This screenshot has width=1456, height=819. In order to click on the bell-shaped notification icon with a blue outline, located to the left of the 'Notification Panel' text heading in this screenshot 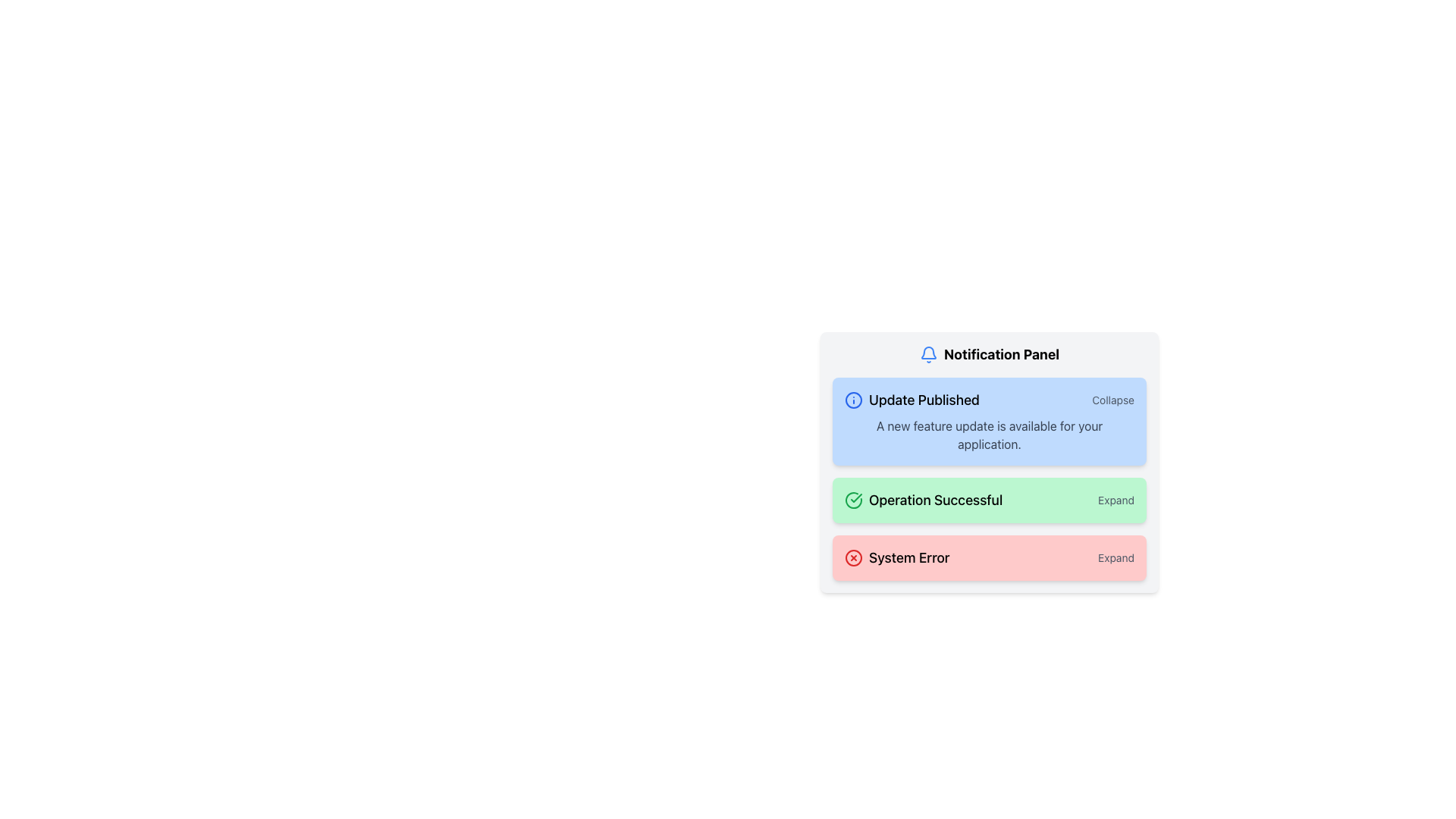, I will do `click(927, 354)`.